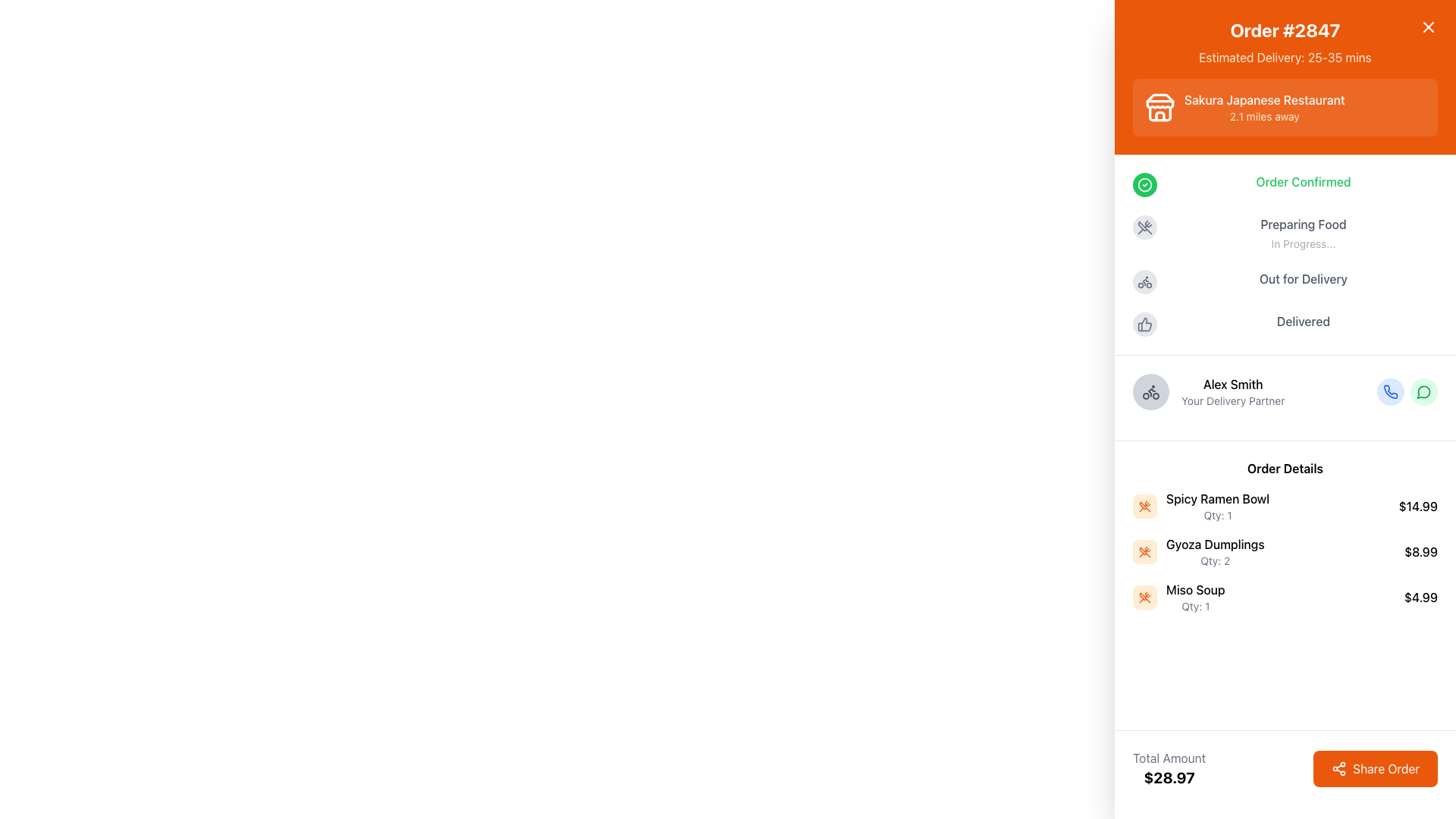 This screenshot has height=819, width=1456. What do you see at coordinates (1284, 57) in the screenshot?
I see `the label that displays the estimated delivery time for order #2847, located above the 'Sakura Japanese Restaurant' block on the right-hand side of the interface` at bounding box center [1284, 57].